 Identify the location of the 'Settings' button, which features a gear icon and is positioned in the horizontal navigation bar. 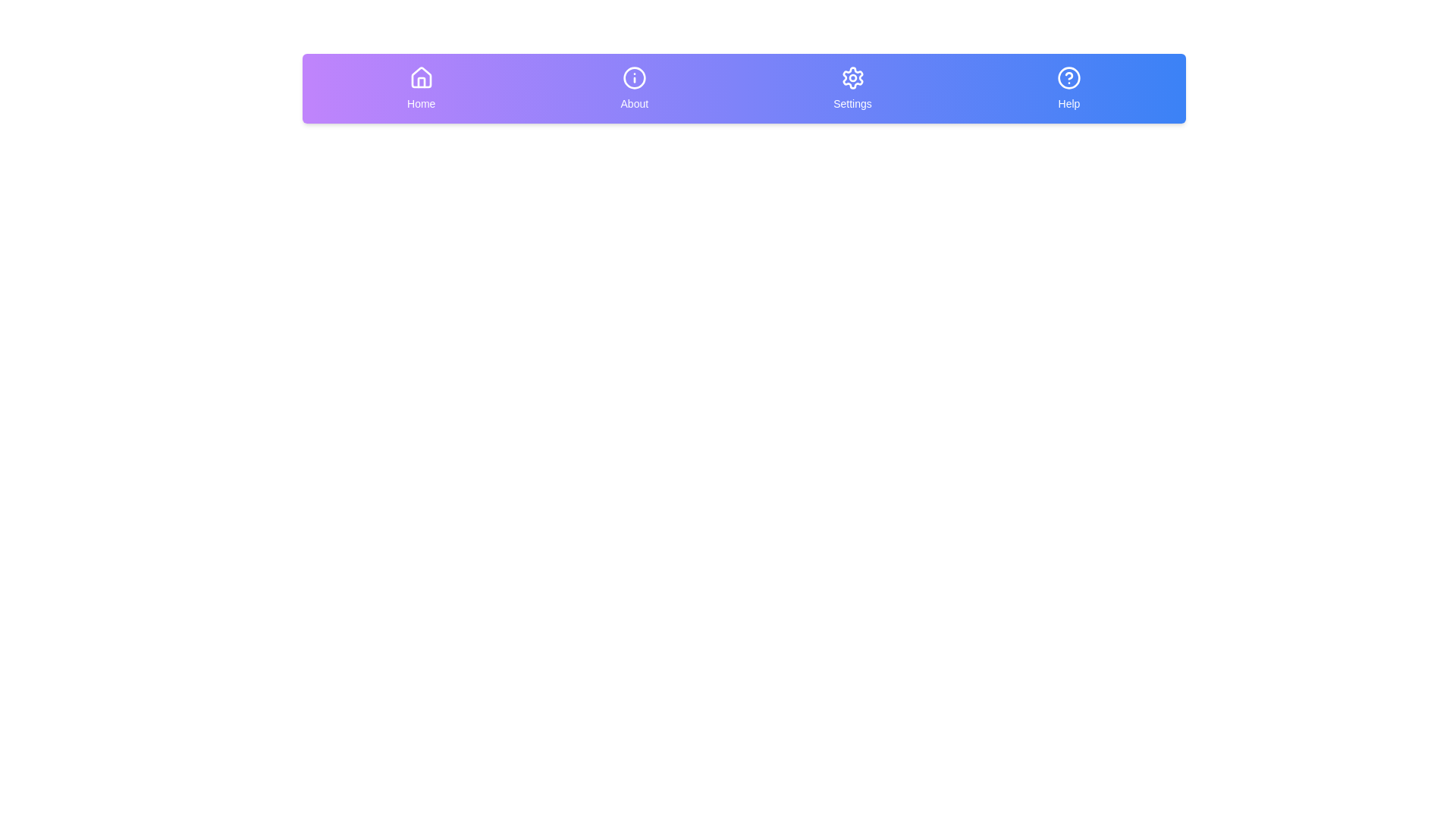
(852, 88).